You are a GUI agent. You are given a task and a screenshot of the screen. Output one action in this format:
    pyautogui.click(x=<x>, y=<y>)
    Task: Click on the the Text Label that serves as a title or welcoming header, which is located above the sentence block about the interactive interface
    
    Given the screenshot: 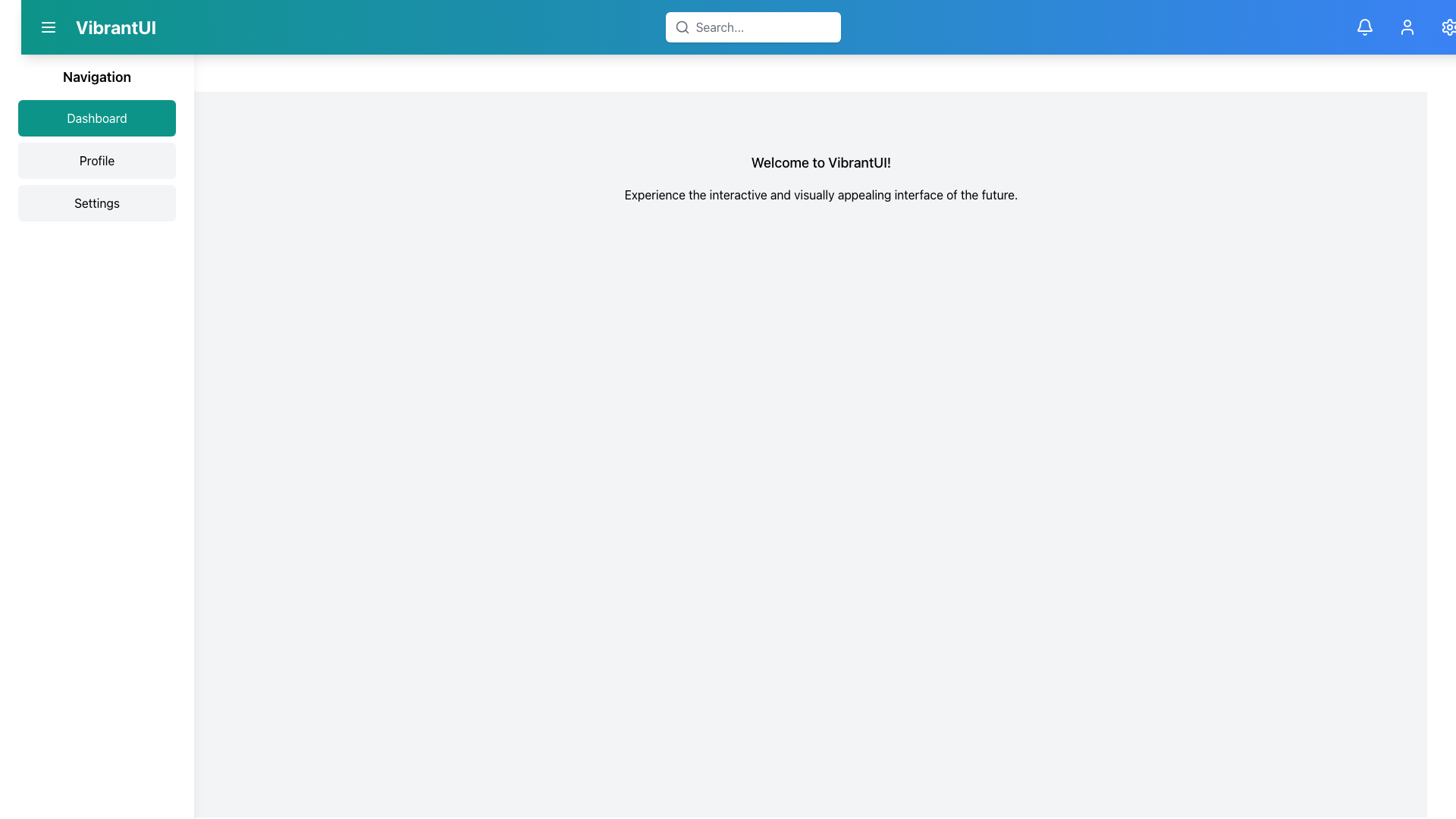 What is the action you would take?
    pyautogui.click(x=821, y=163)
    